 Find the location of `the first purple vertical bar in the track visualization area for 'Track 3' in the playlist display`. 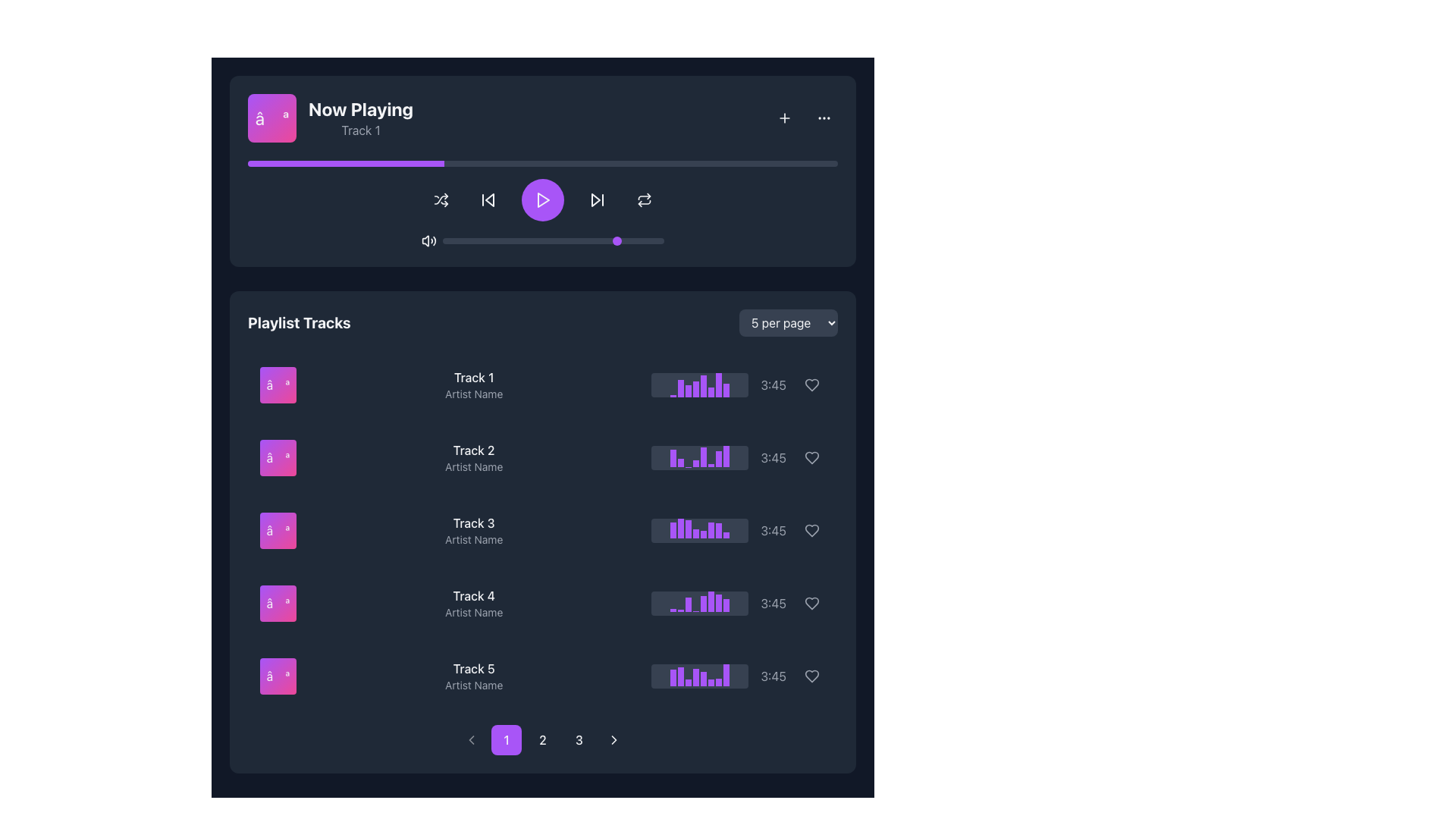

the first purple vertical bar in the track visualization area for 'Track 3' in the playlist display is located at coordinates (673, 529).